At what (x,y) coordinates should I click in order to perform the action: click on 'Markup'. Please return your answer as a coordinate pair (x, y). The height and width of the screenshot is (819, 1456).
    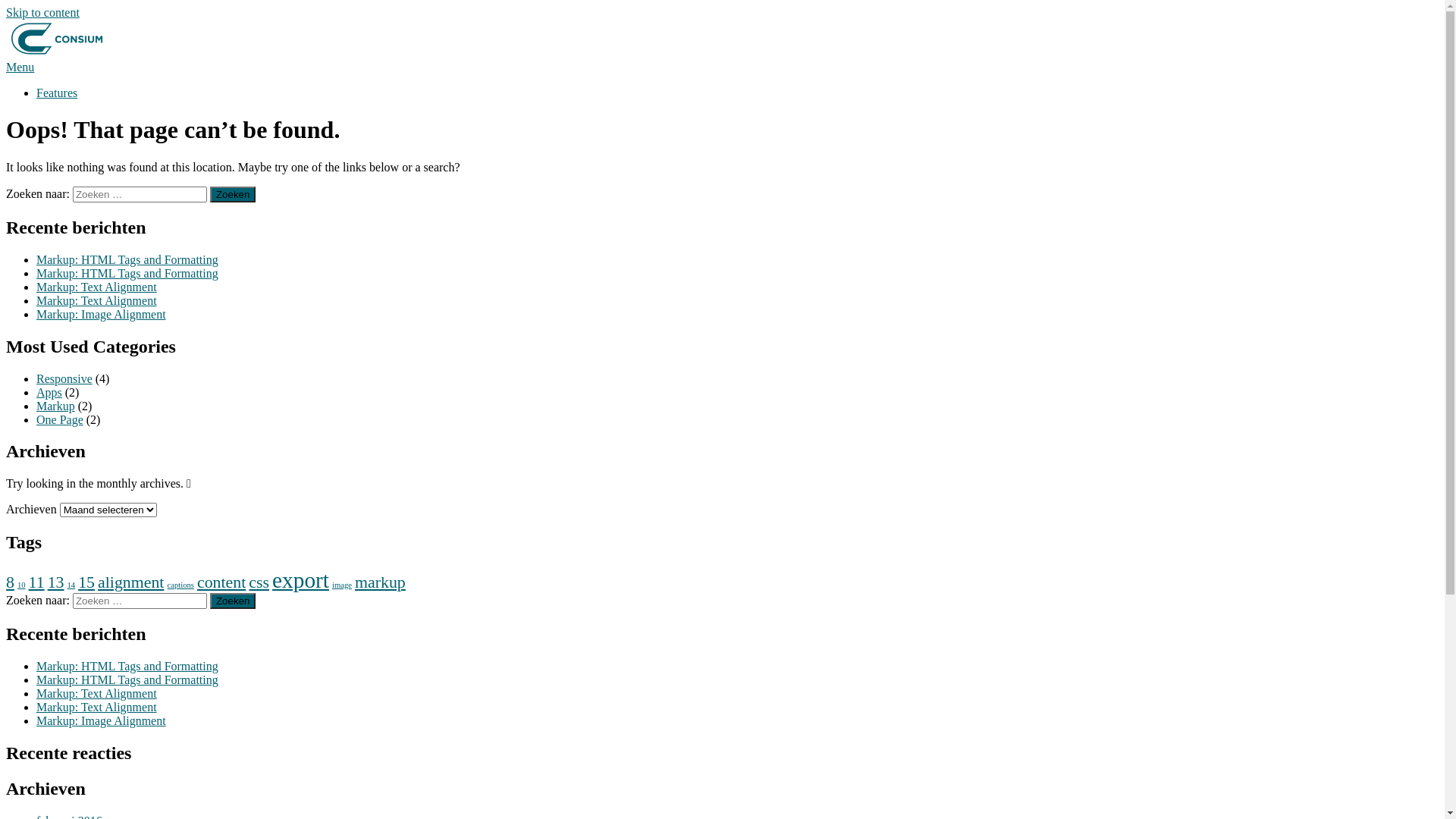
    Looking at the image, I should click on (55, 404).